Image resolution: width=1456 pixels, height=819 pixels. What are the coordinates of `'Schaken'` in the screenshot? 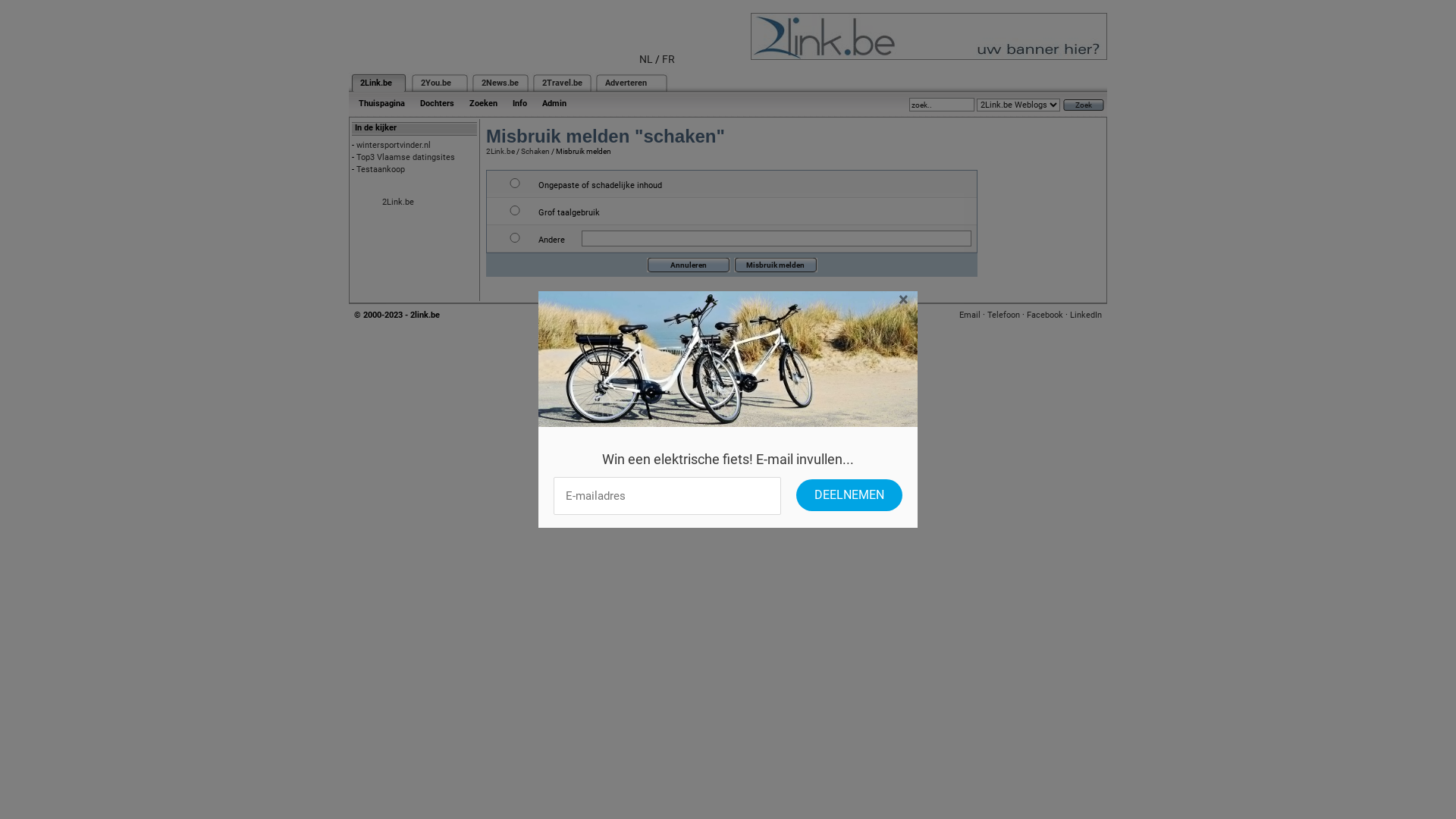 It's located at (535, 151).